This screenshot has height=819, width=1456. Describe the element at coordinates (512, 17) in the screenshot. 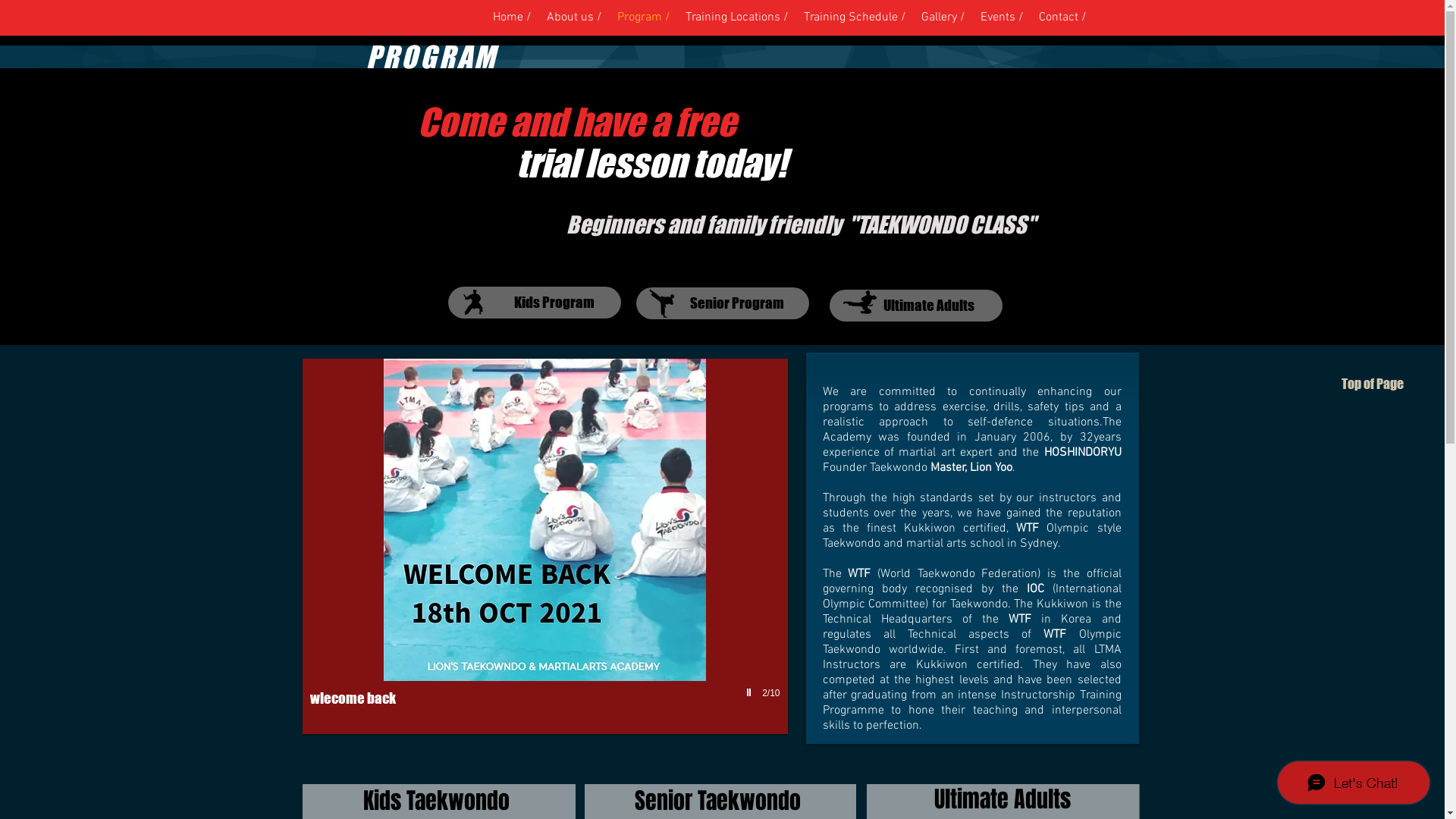

I see `'Home /'` at that location.